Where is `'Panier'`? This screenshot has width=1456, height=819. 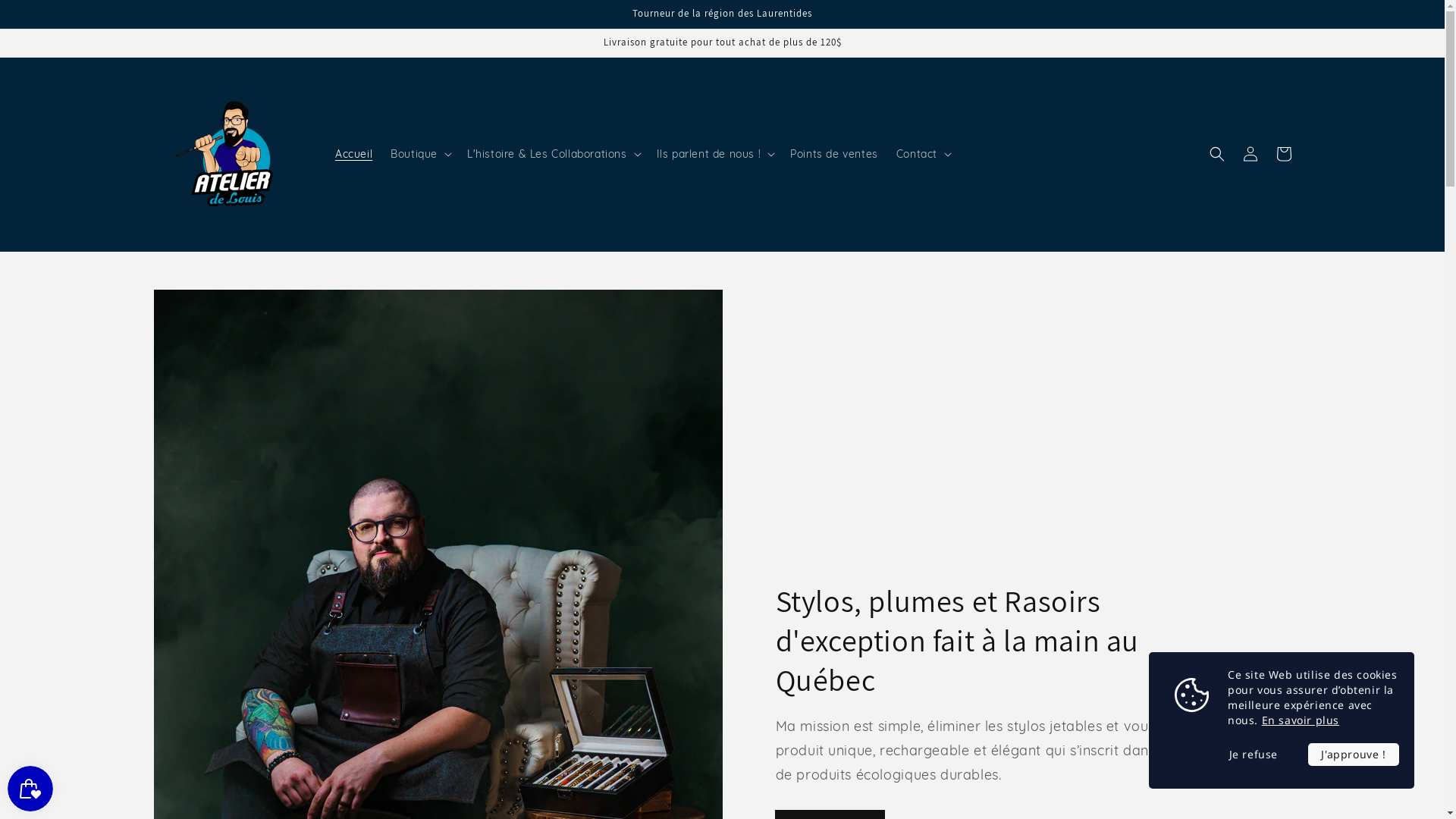
'Panier' is located at coordinates (1282, 154).